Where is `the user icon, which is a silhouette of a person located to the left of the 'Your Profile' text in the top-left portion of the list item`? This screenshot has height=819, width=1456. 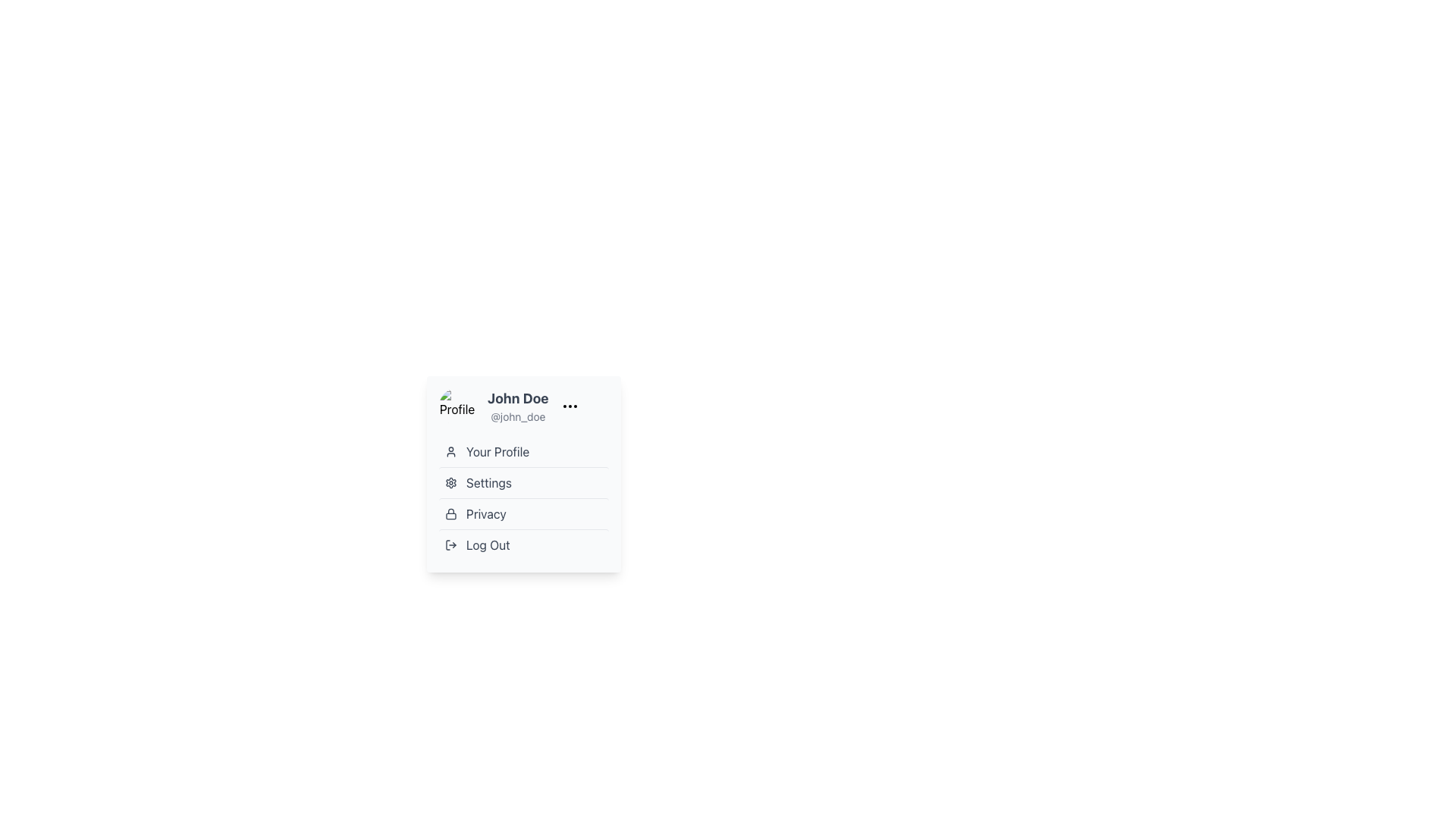
the user icon, which is a silhouette of a person located to the left of the 'Your Profile' text in the top-left portion of the list item is located at coordinates (450, 451).